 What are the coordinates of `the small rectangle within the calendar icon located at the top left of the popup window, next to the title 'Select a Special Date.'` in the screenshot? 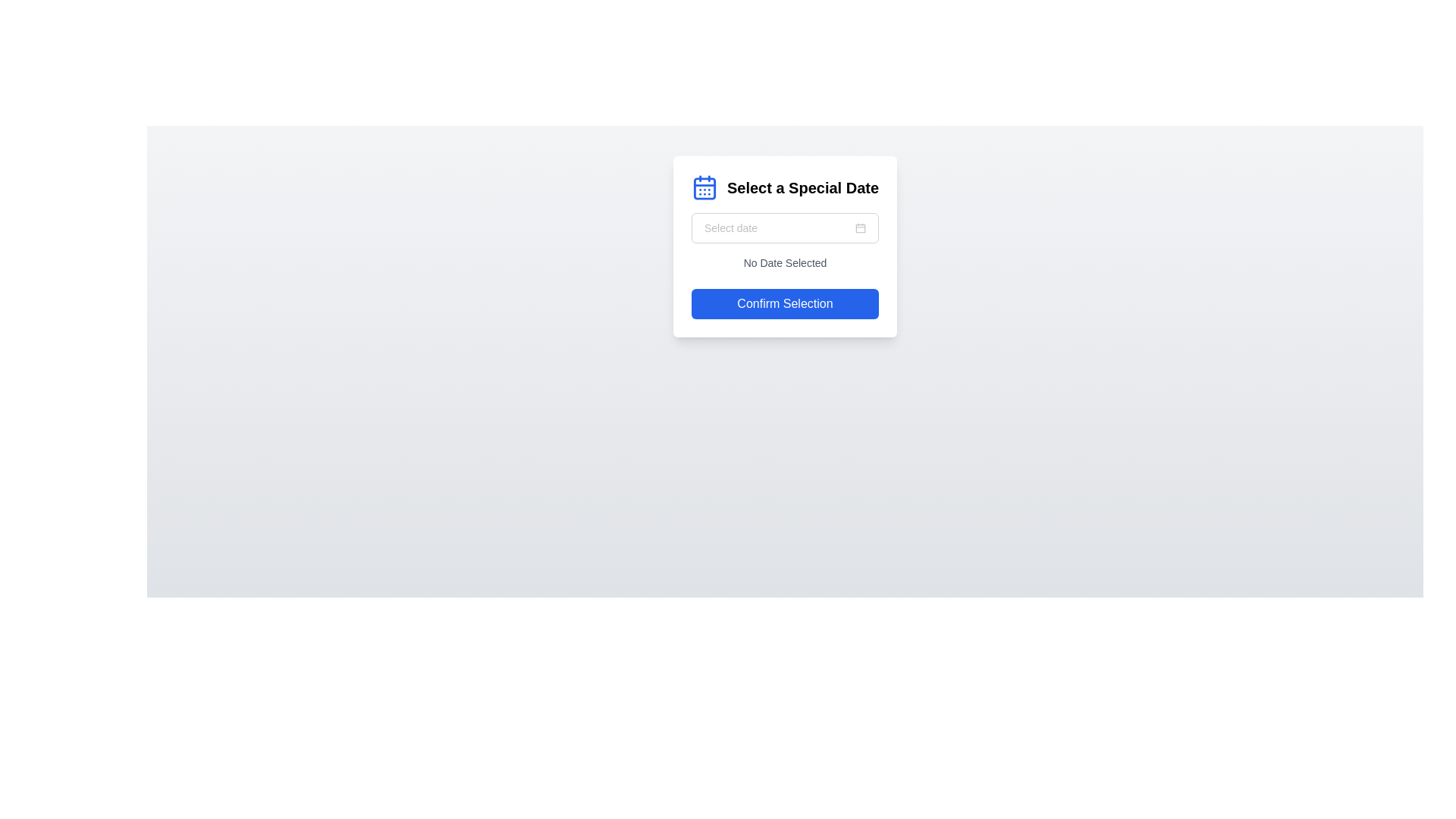 It's located at (704, 187).